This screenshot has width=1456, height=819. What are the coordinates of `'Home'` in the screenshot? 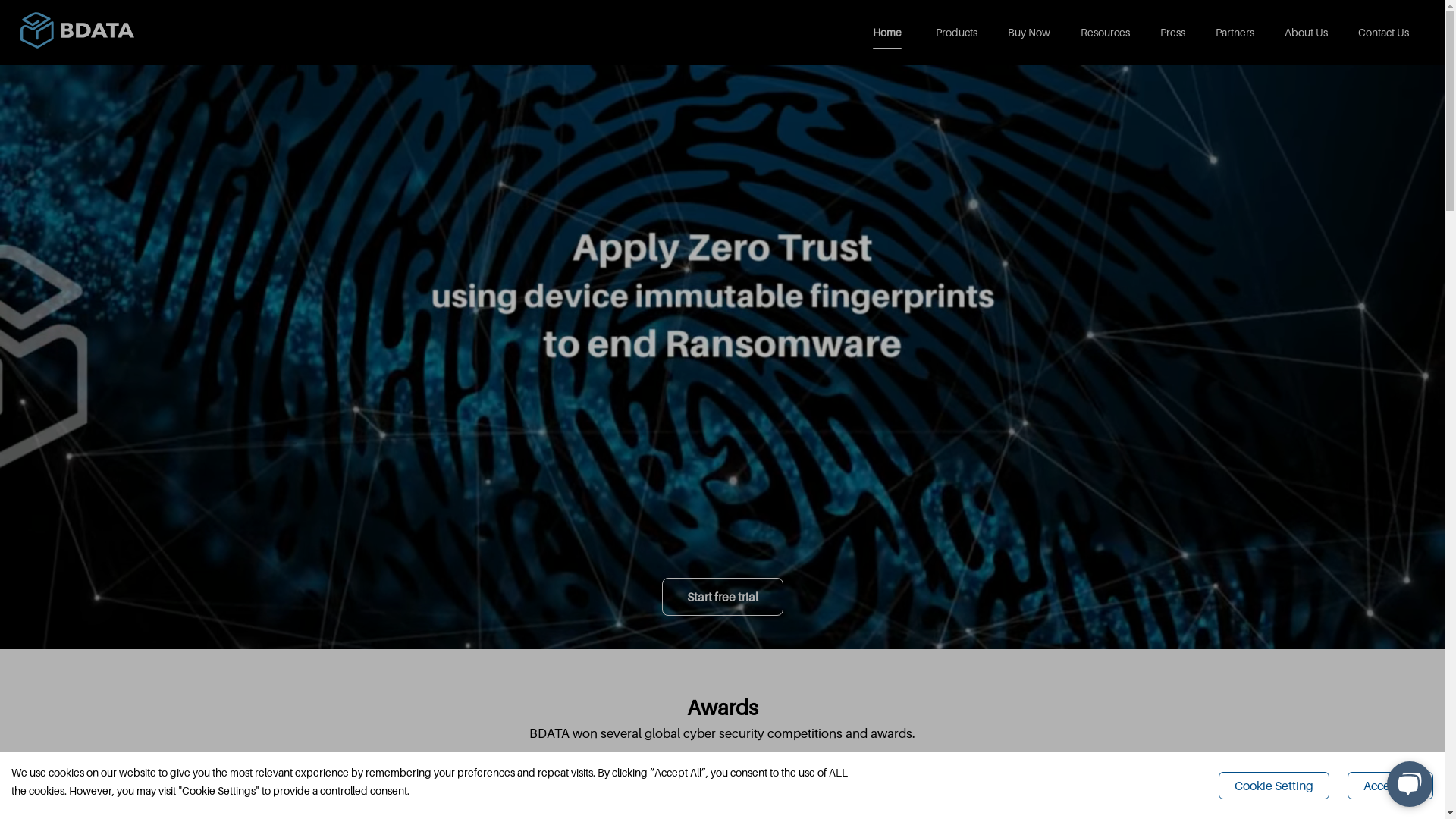 It's located at (889, 32).